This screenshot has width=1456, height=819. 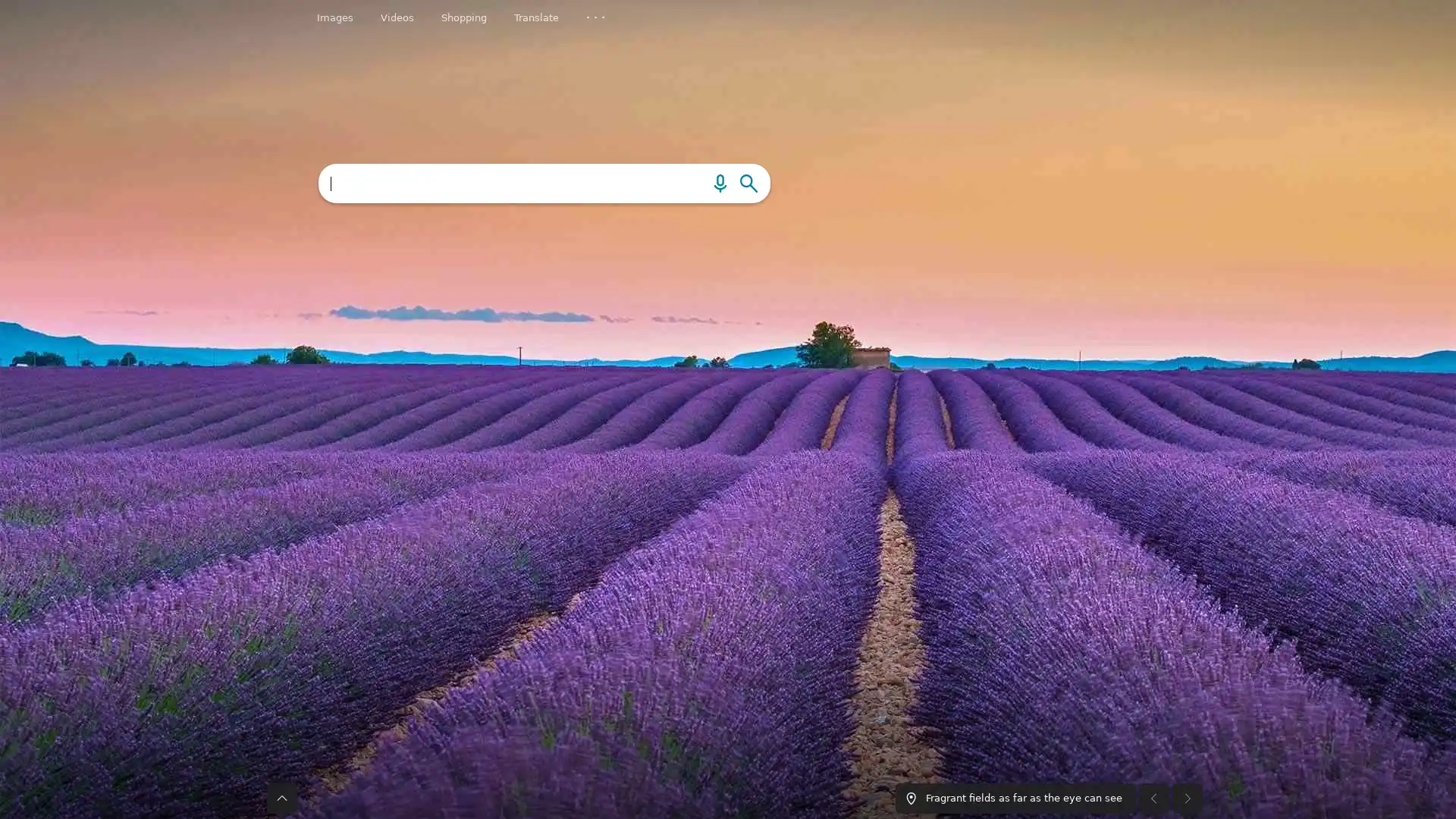 I want to click on More news, so click(x=1238, y=666).